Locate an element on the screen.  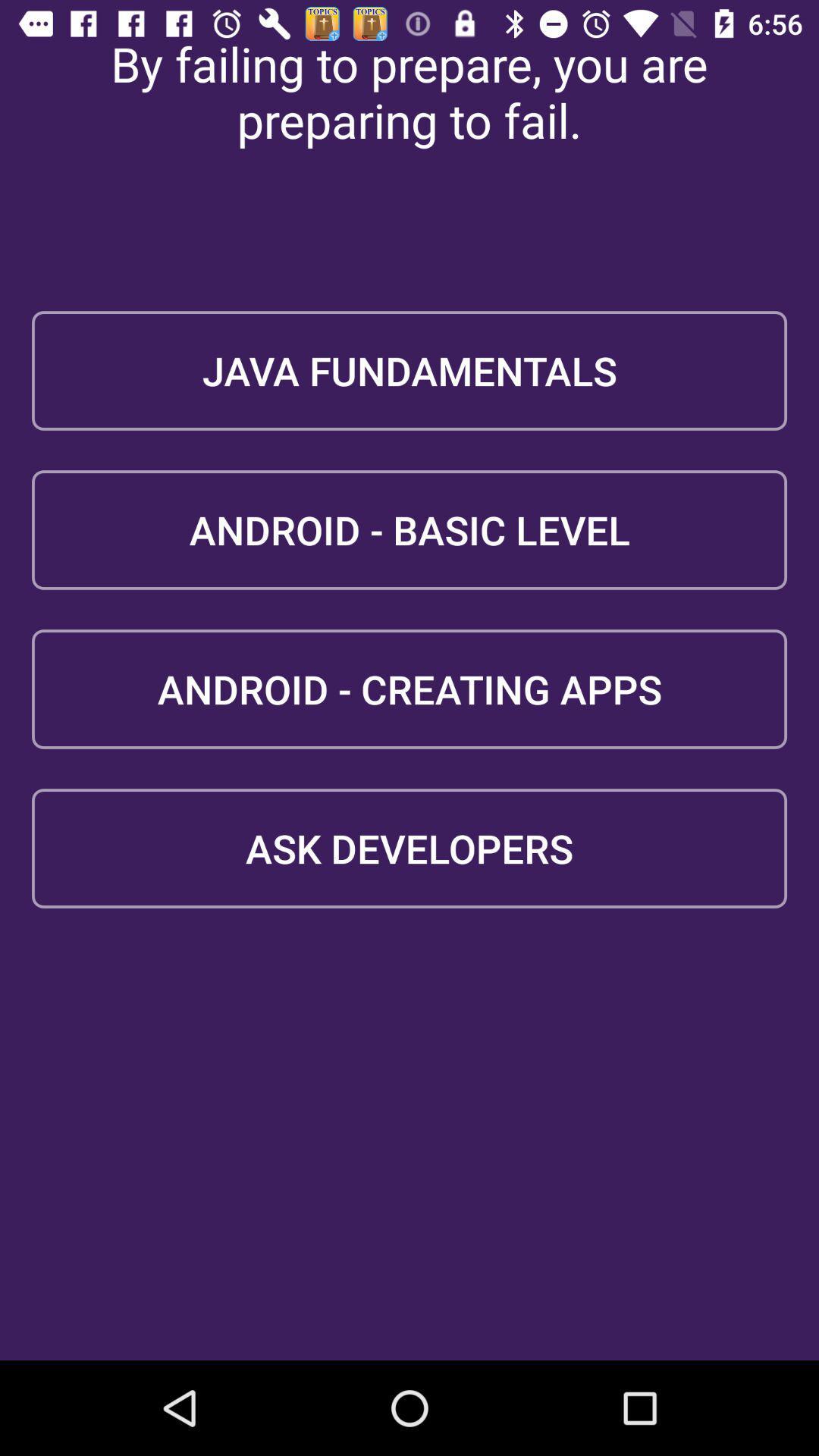
android - creating apps icon is located at coordinates (409, 688).